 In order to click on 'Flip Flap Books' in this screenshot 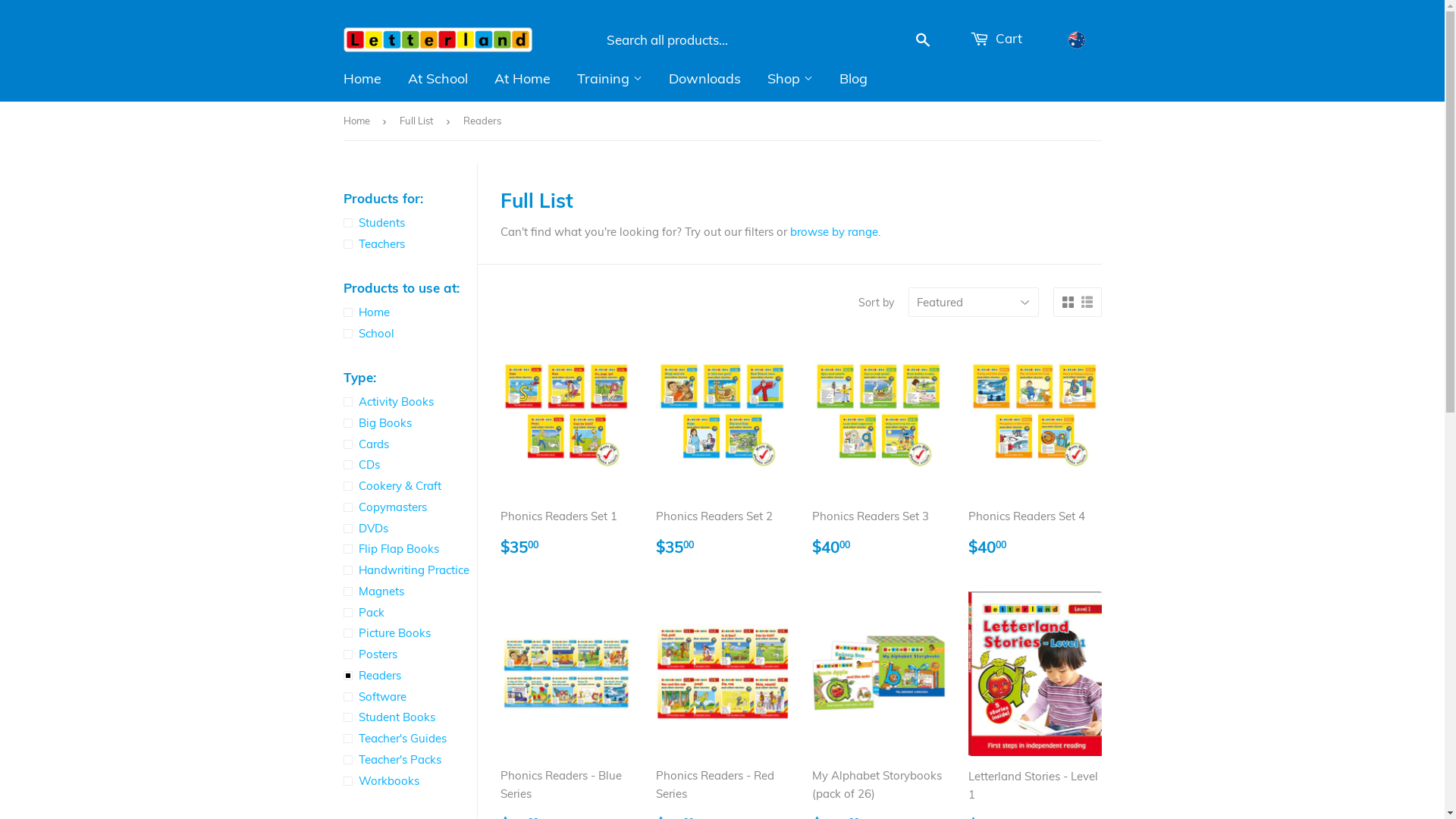, I will do `click(409, 549)`.